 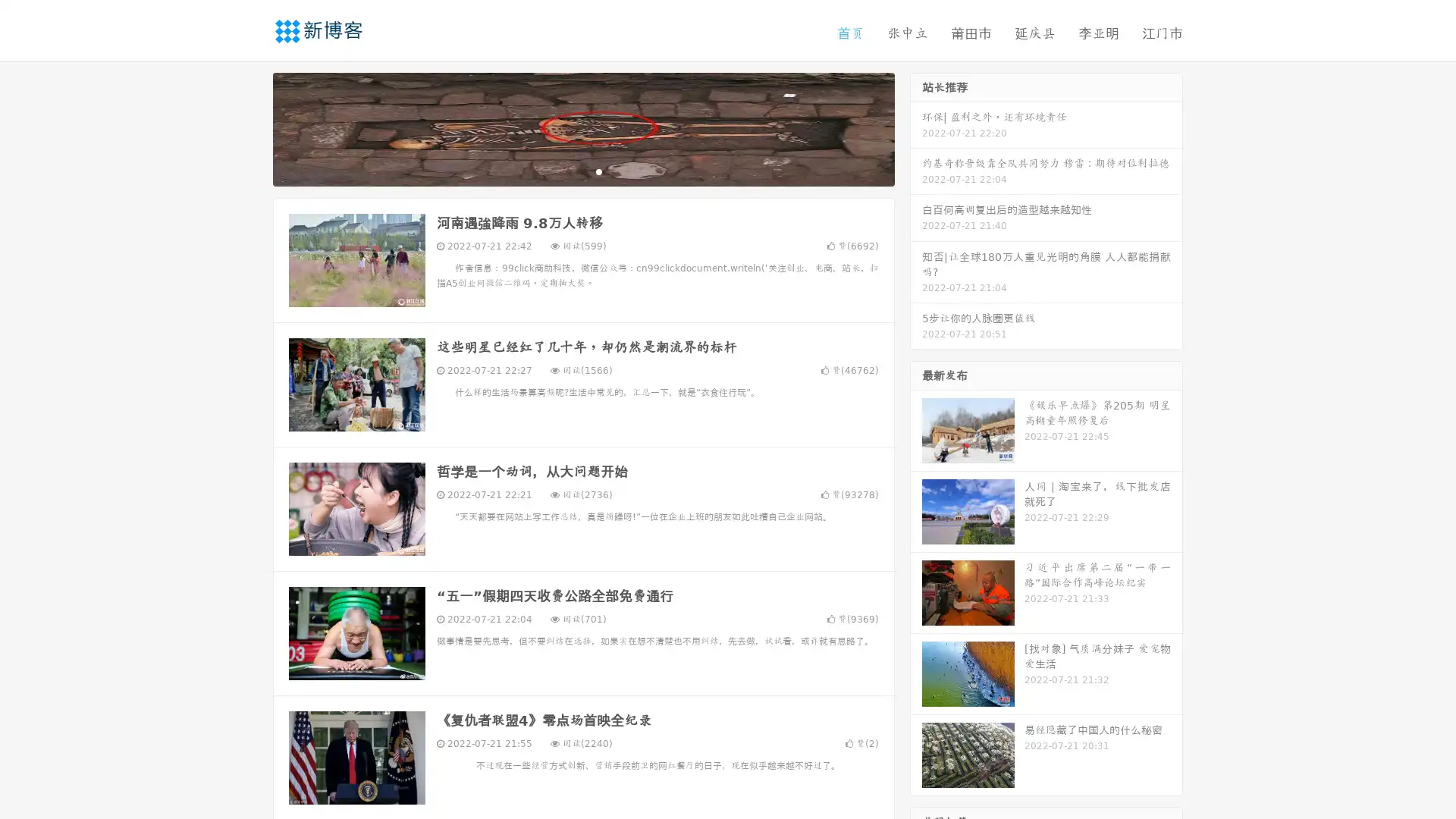 What do you see at coordinates (598, 171) in the screenshot?
I see `Go to slide 3` at bounding box center [598, 171].